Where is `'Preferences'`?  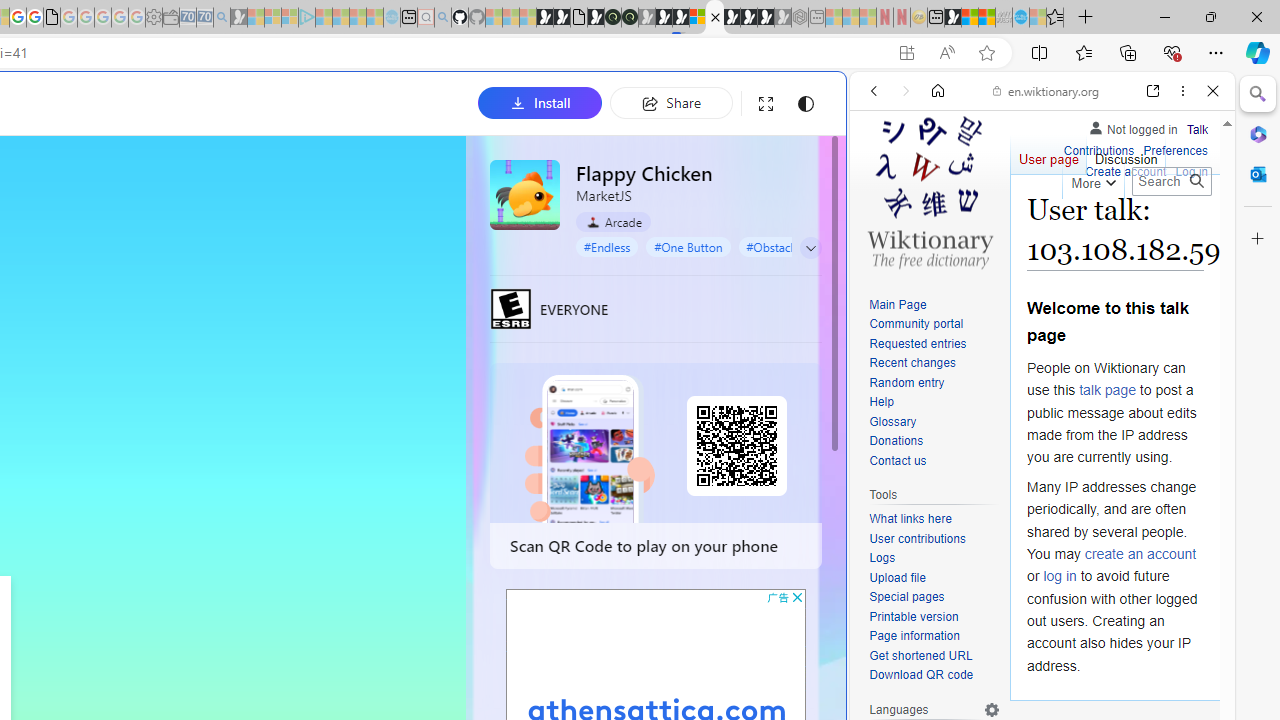
'Preferences' is located at coordinates (1175, 150).